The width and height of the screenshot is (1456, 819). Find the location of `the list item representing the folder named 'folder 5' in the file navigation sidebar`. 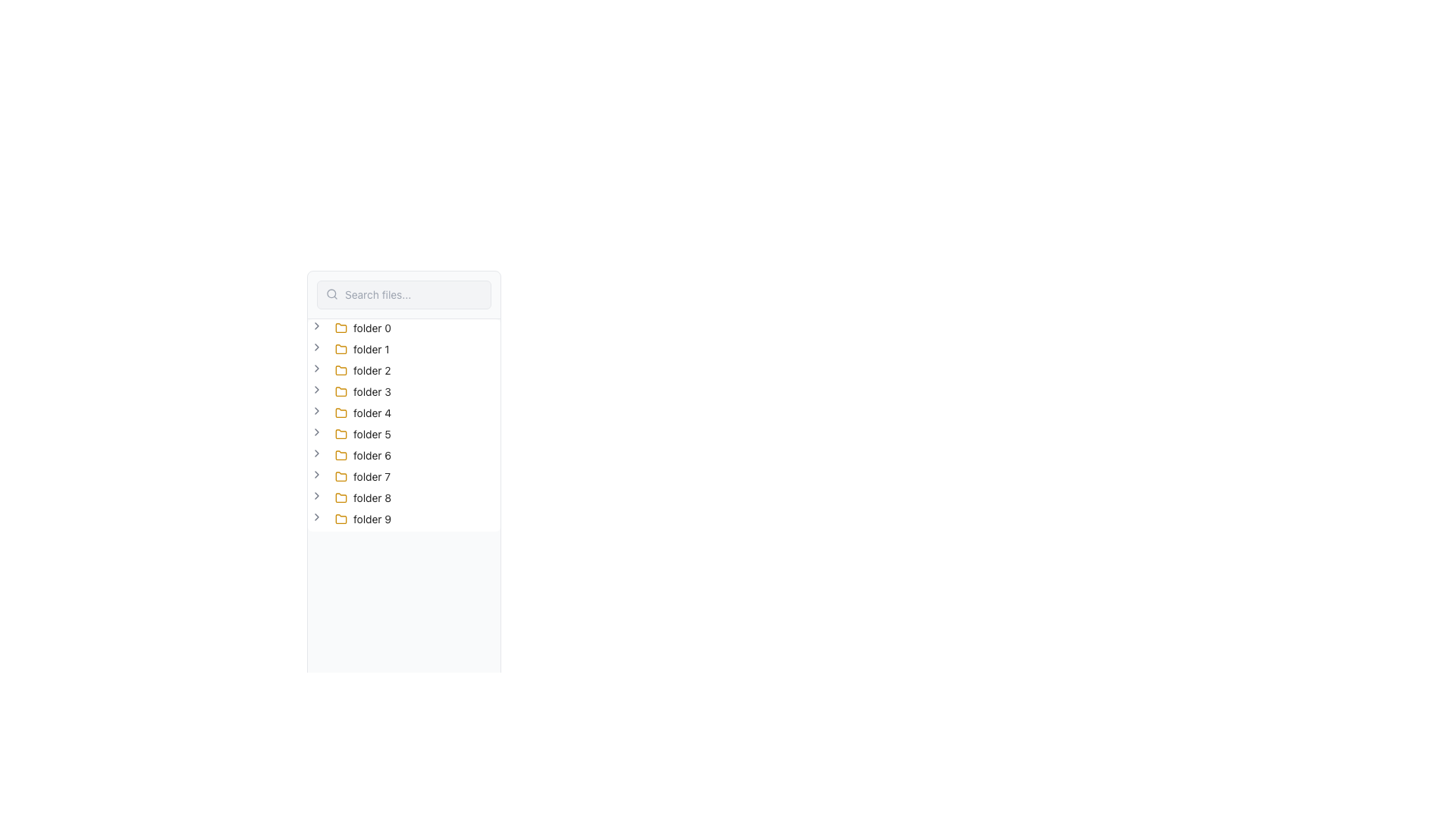

the list item representing the folder named 'folder 5' in the file navigation sidebar is located at coordinates (362, 435).